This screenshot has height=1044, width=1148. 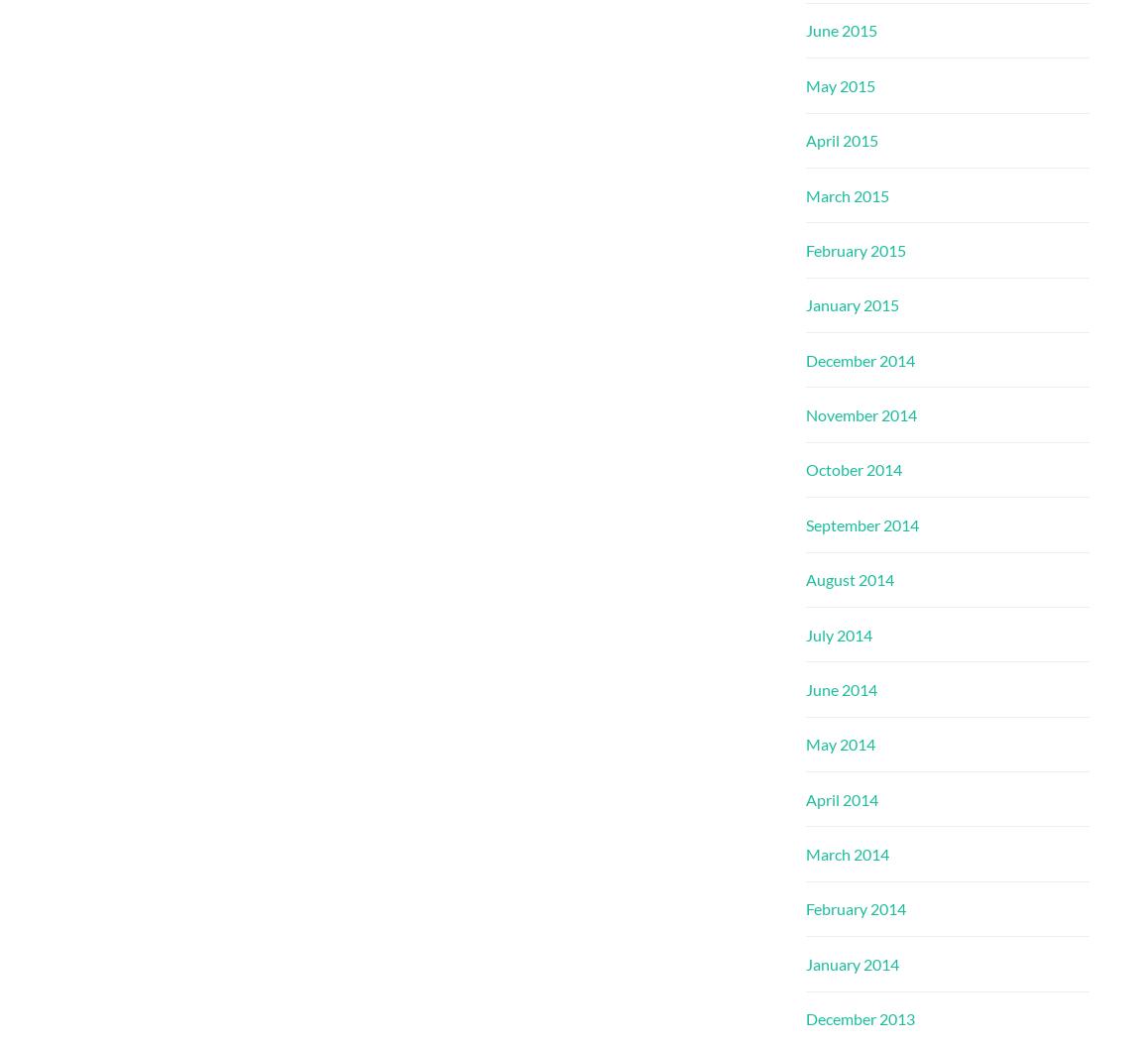 What do you see at coordinates (841, 30) in the screenshot?
I see `'June 2015'` at bounding box center [841, 30].